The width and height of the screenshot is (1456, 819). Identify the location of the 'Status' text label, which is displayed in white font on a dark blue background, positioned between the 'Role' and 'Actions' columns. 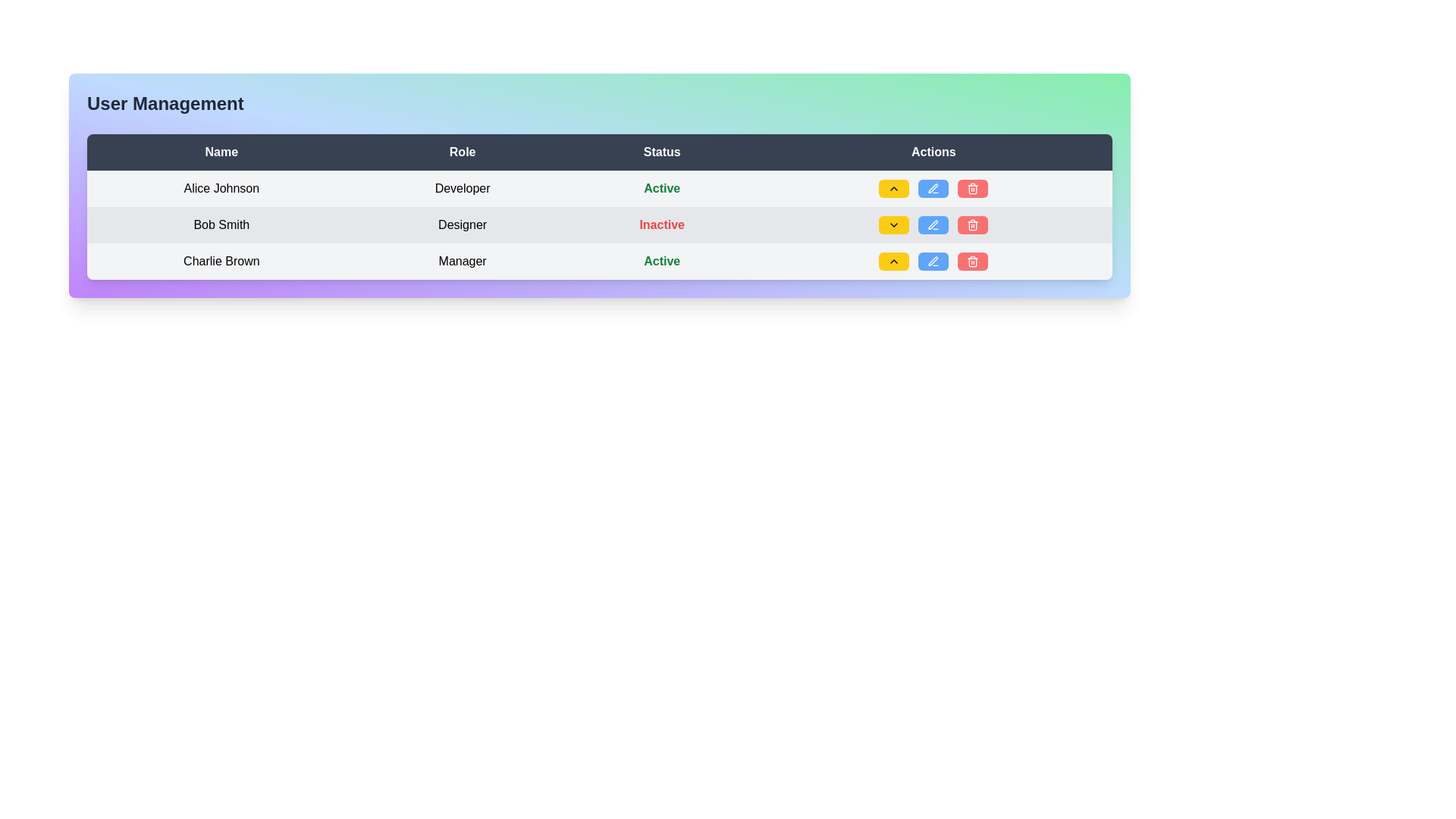
(662, 152).